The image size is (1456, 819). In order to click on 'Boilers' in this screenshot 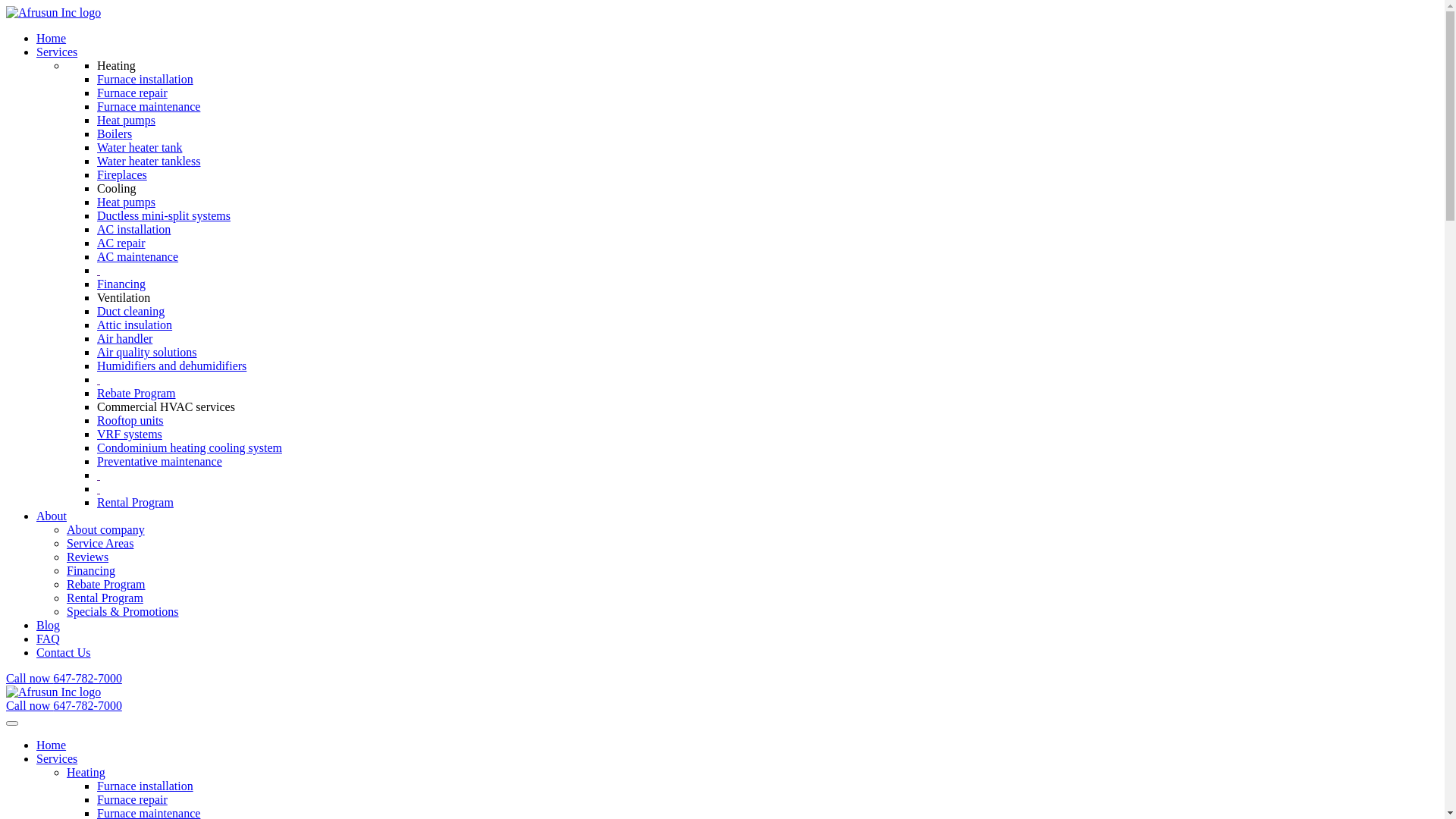, I will do `click(113, 133)`.